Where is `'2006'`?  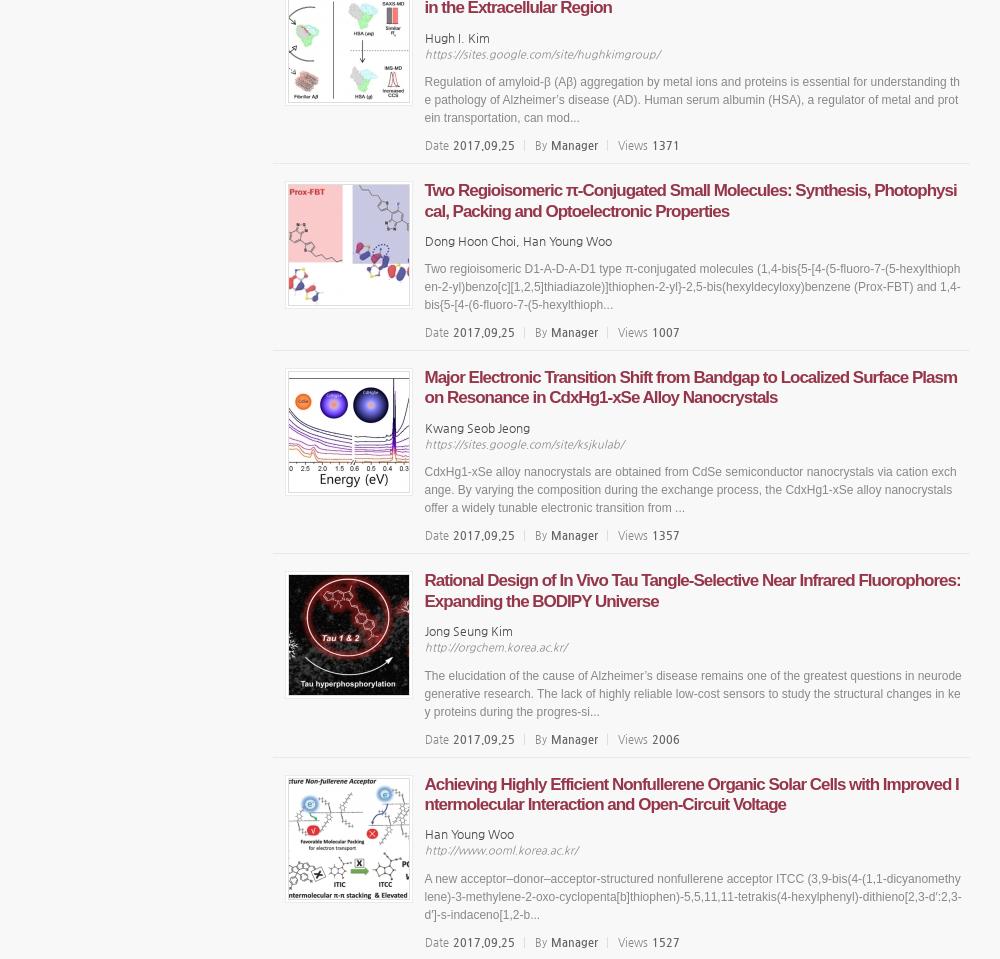 '2006' is located at coordinates (665, 737).